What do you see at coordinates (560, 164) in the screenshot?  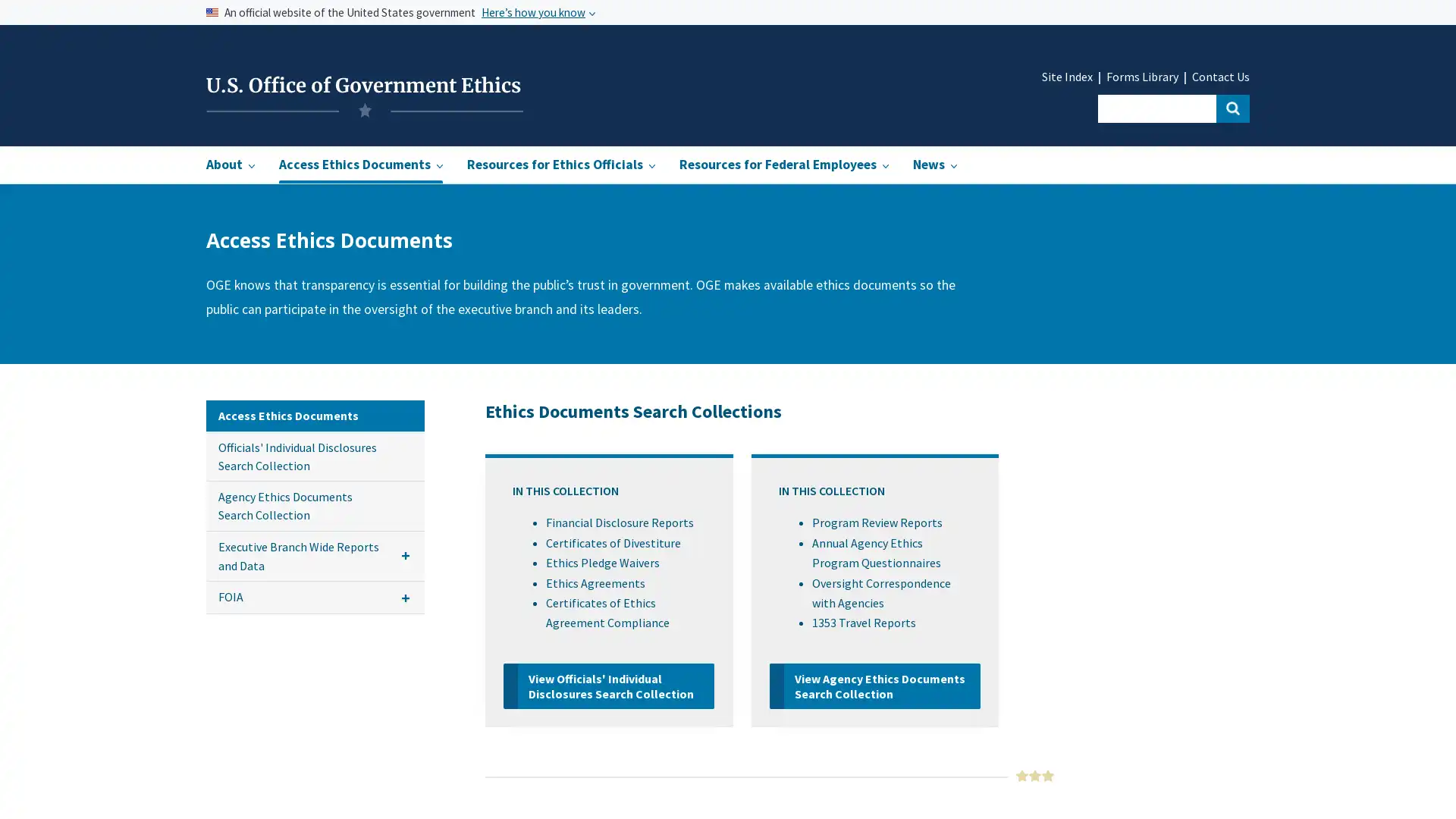 I see `Resources for Ethics Officials` at bounding box center [560, 164].